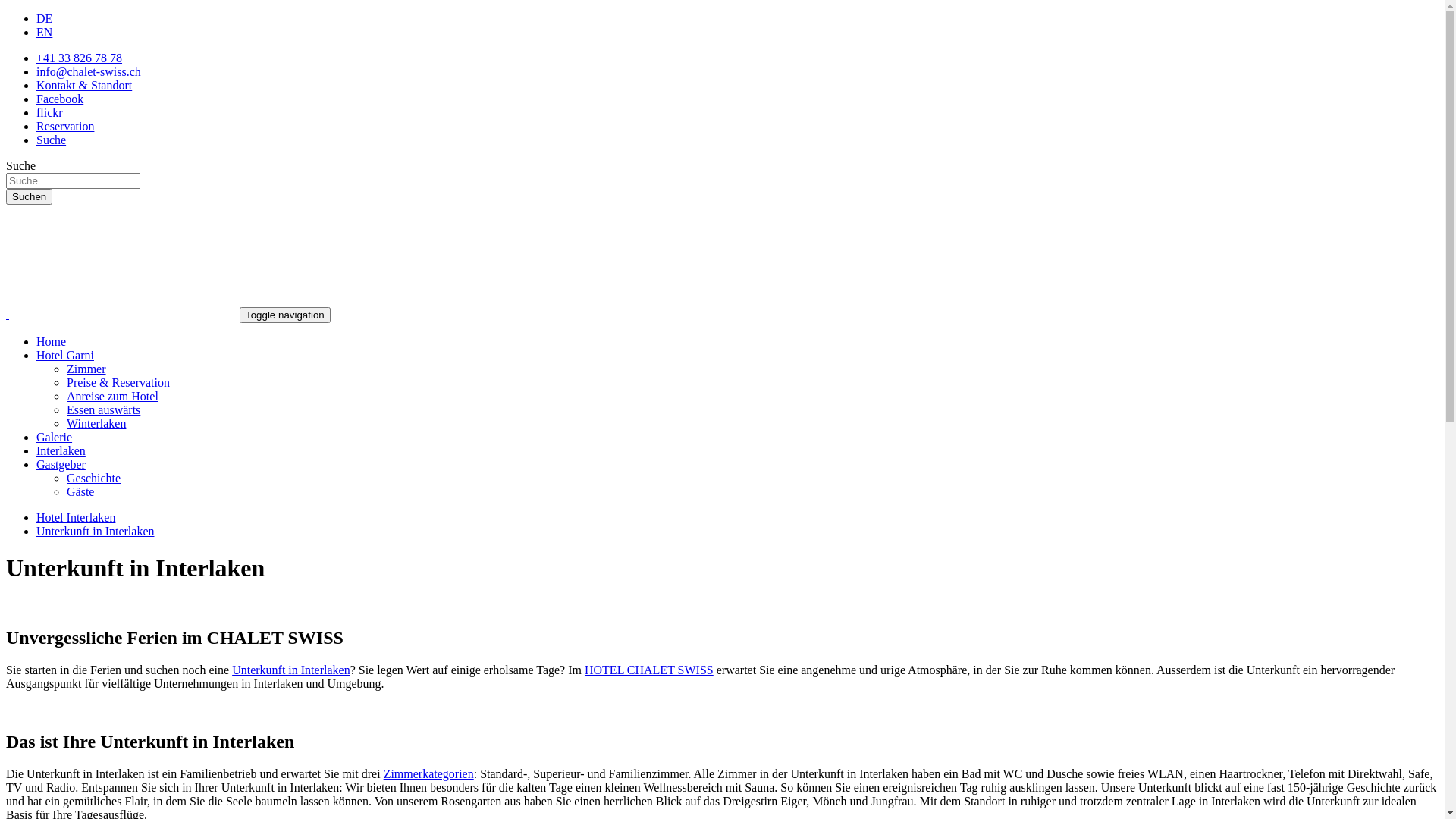  I want to click on 'Toggle navigation', so click(284, 314).